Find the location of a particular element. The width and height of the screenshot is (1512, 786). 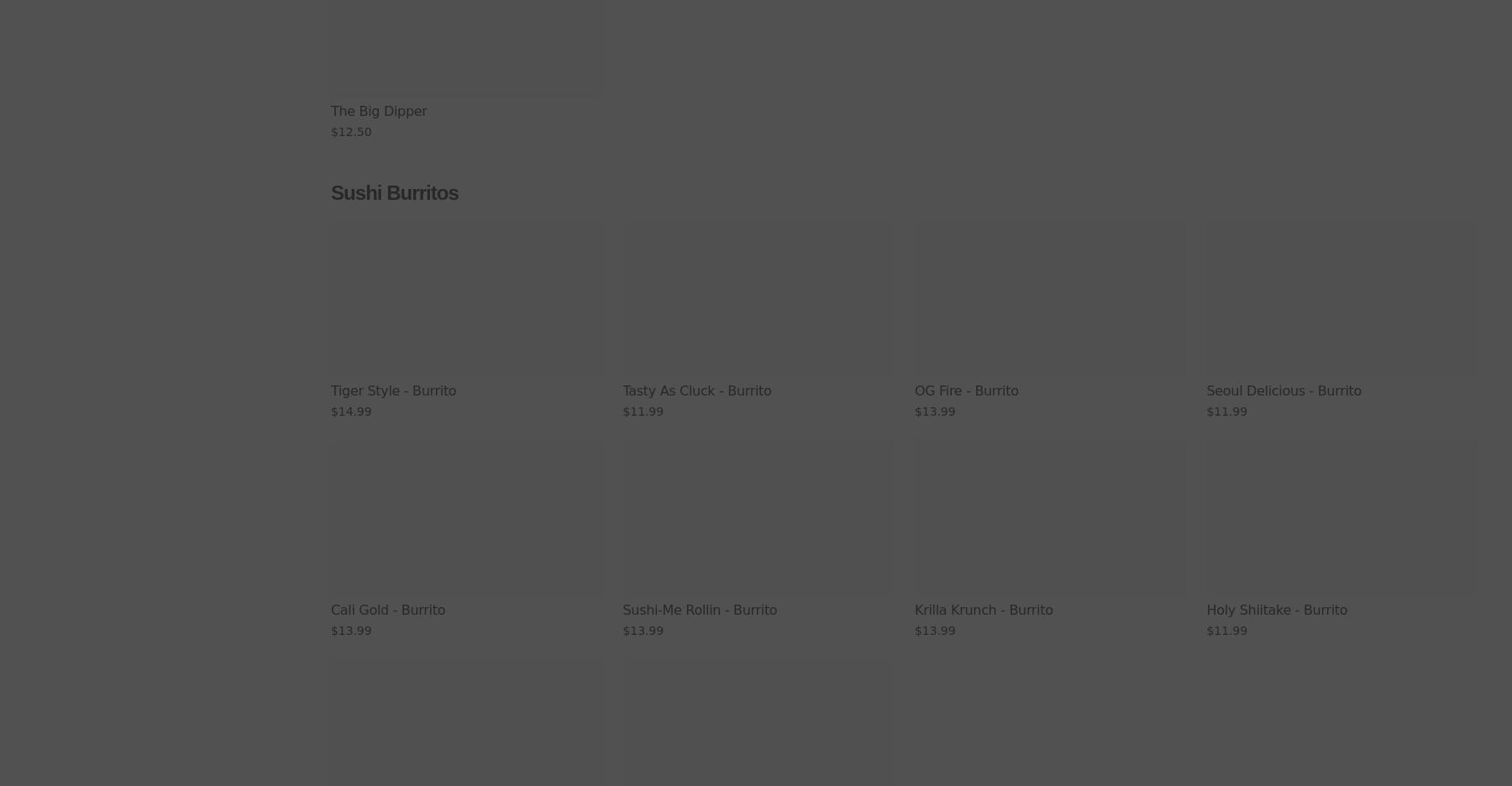

'$14.99' is located at coordinates (331, 410).